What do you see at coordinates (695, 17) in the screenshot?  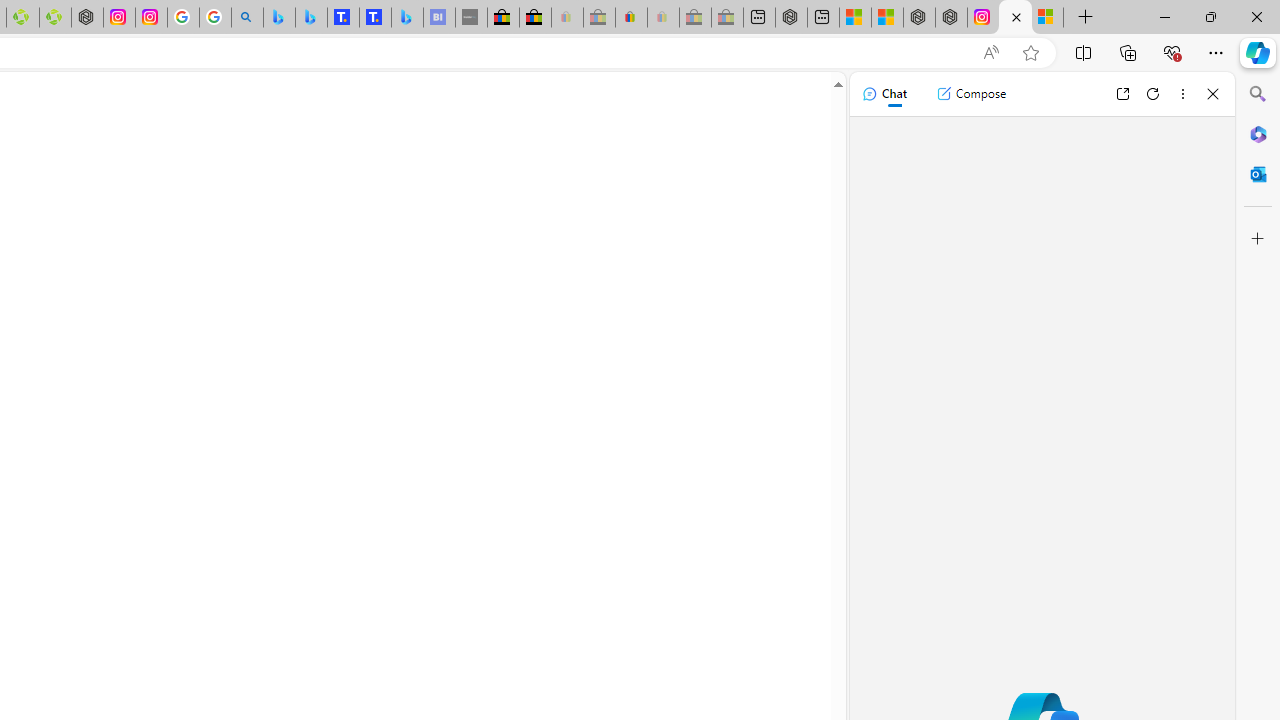 I see `'Press Room - eBay Inc. - Sleeping'` at bounding box center [695, 17].